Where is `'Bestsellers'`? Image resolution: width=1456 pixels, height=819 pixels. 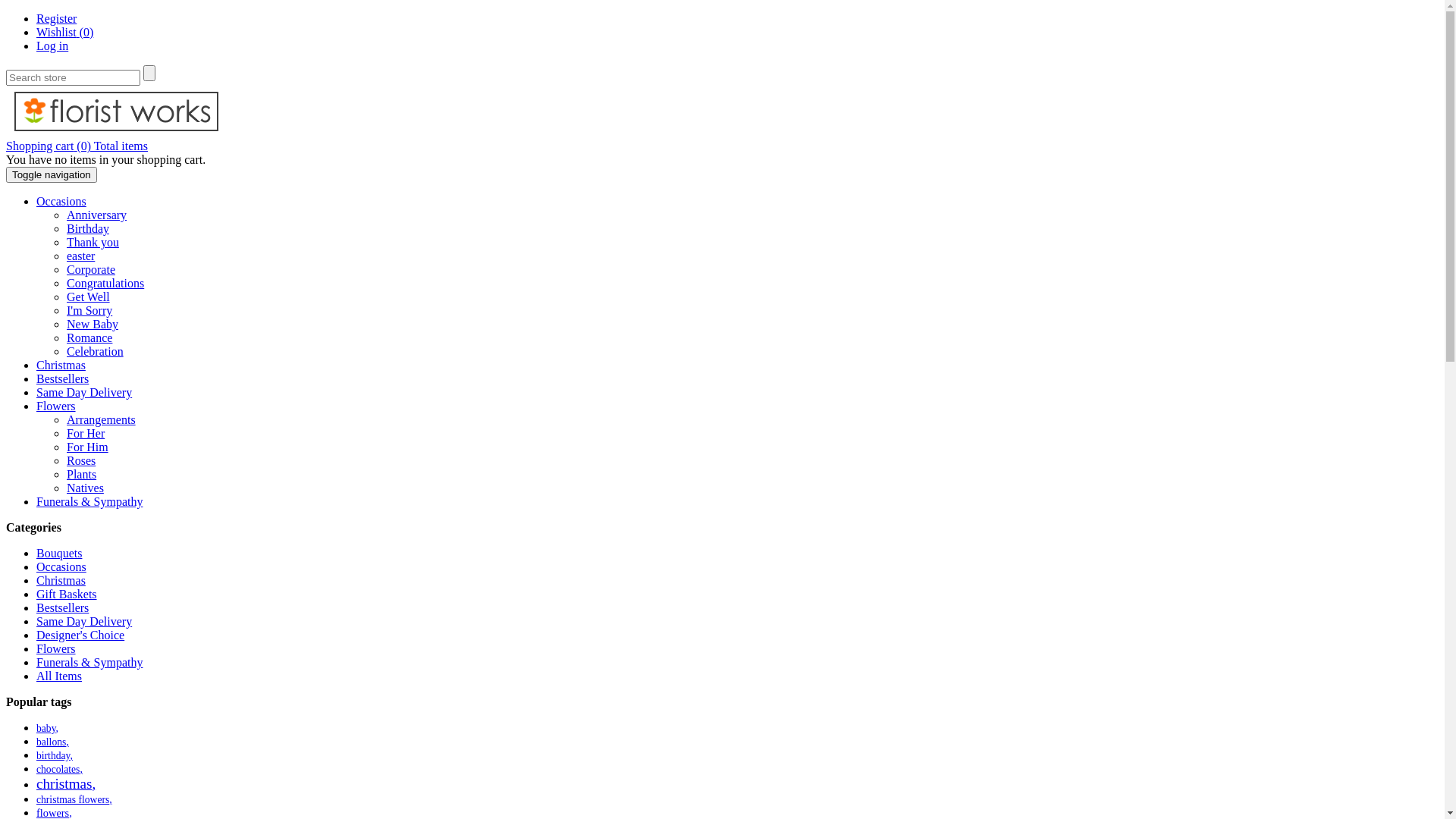
'Bestsellers' is located at coordinates (61, 607).